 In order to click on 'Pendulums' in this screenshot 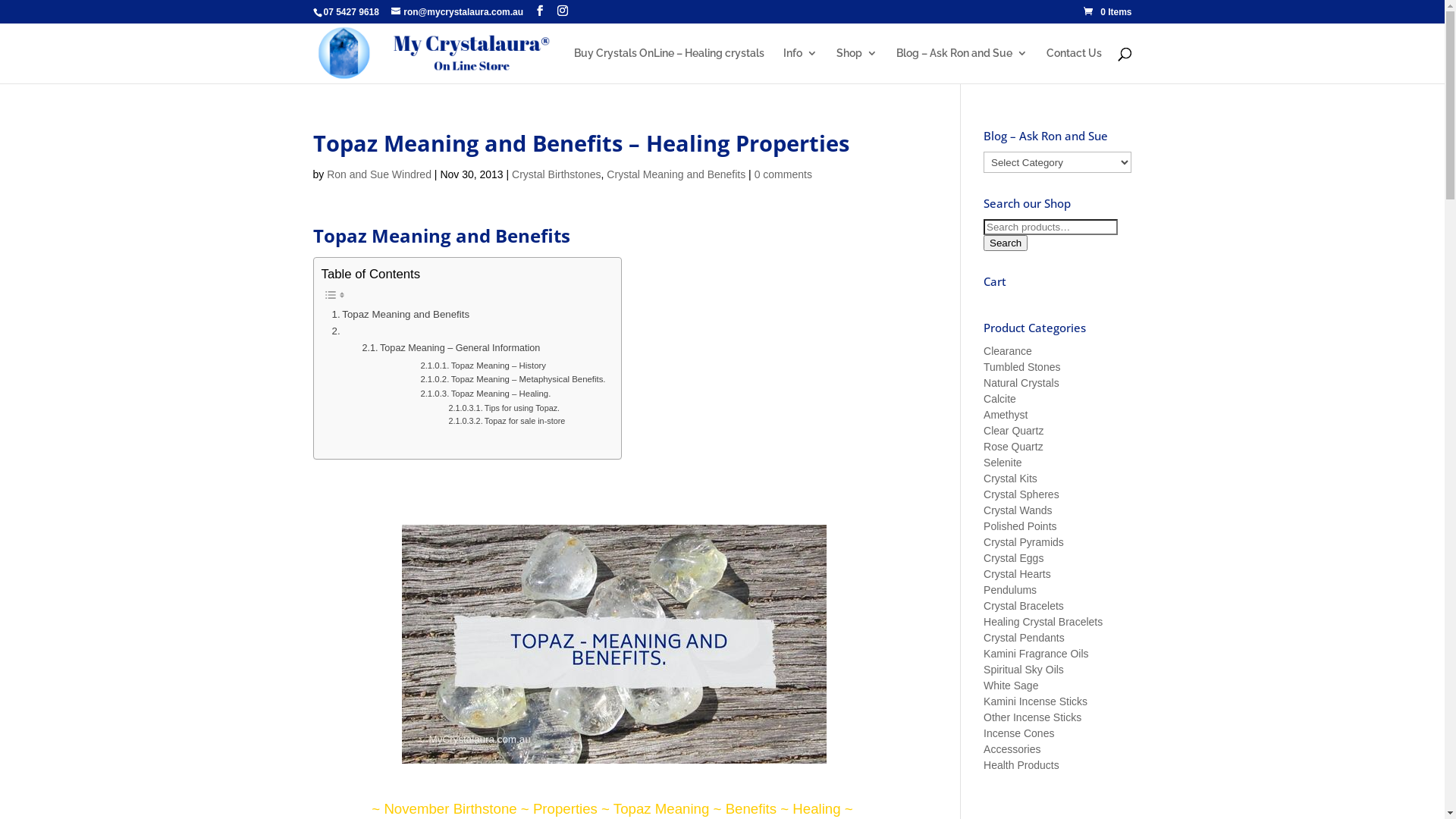, I will do `click(983, 589)`.